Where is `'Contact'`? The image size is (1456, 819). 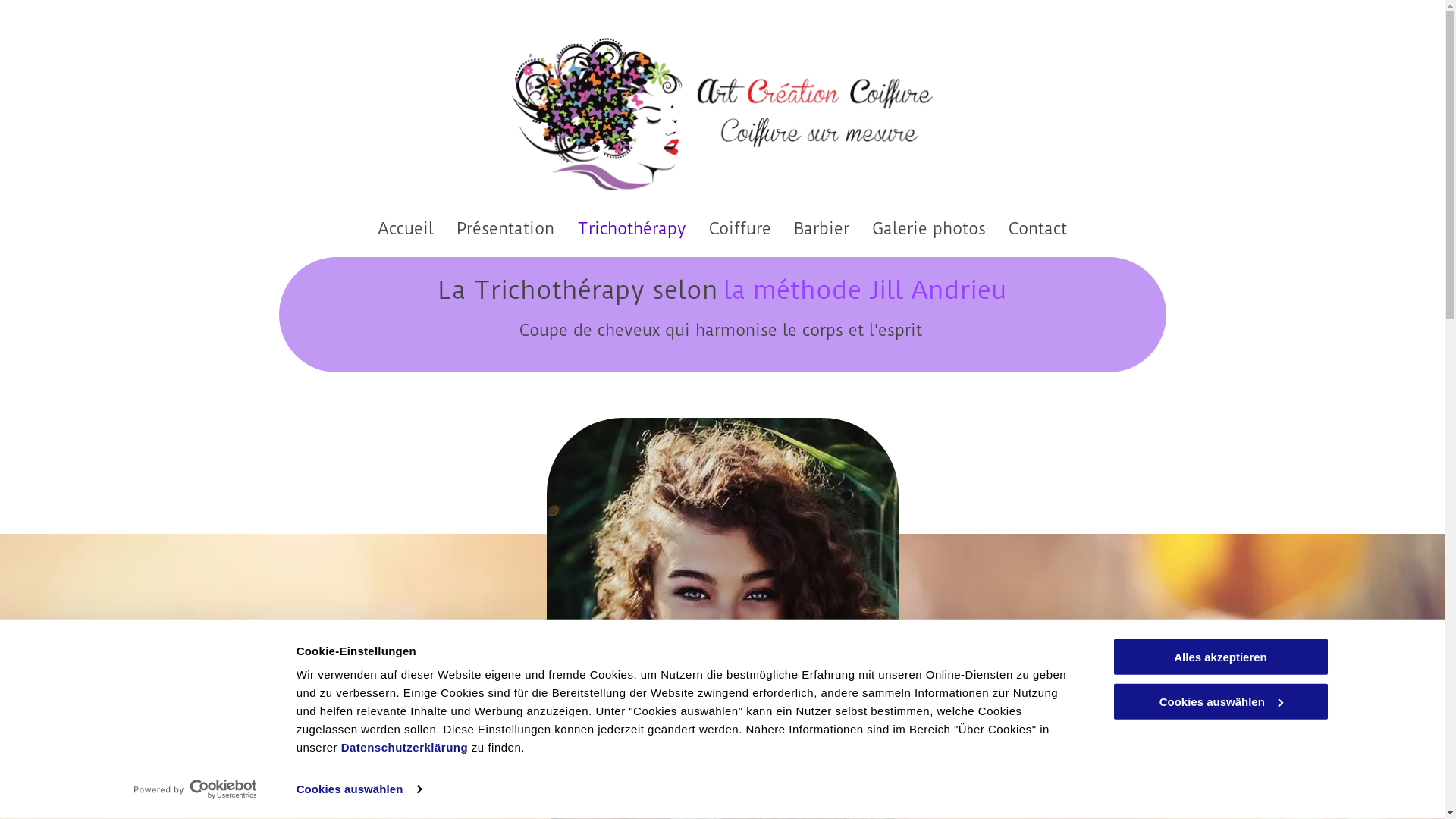 'Contact' is located at coordinates (997, 228).